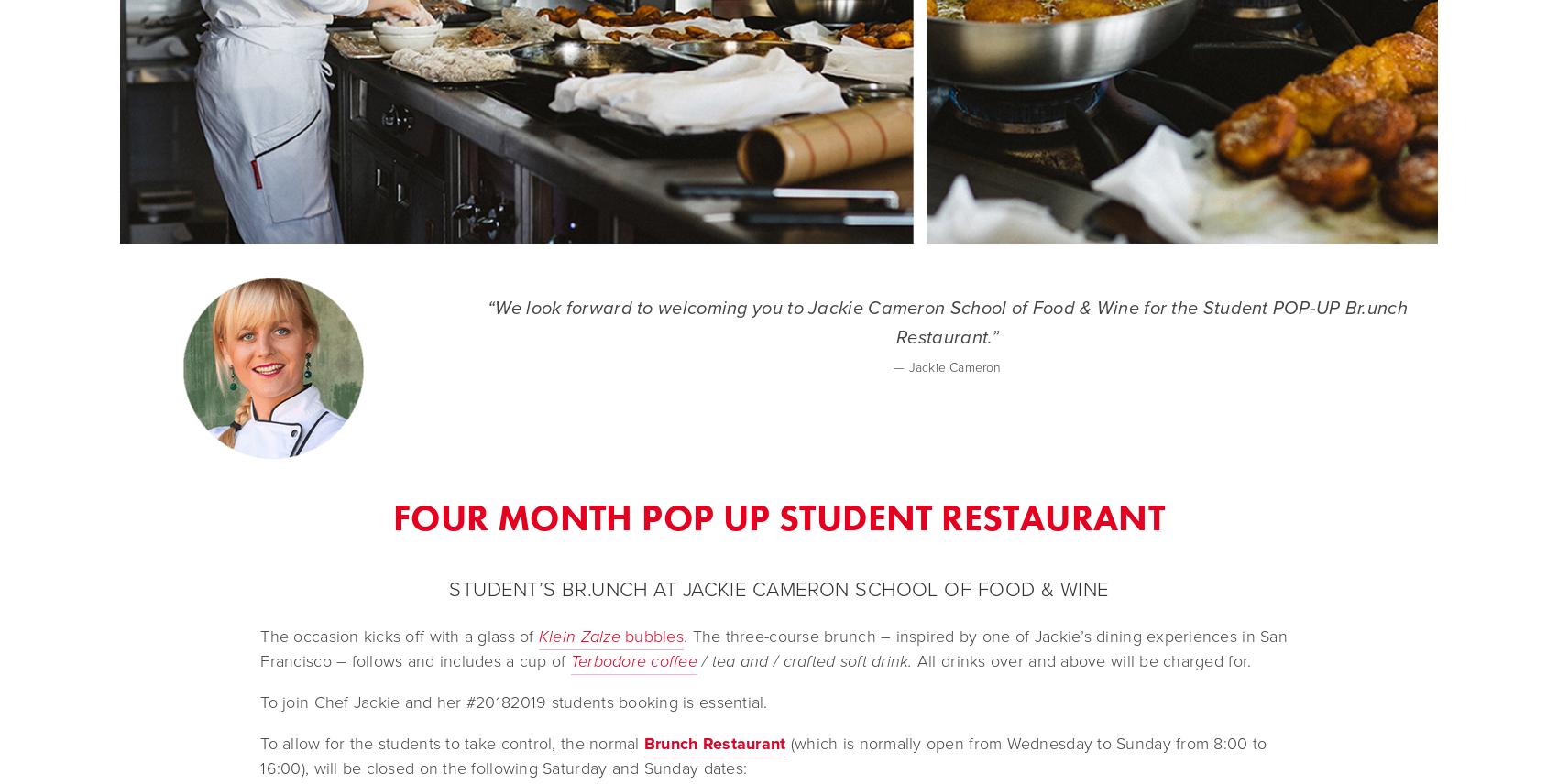  I want to click on '(which is normally open from Wednesday to Sunday from 8:00 to 16:00), will be closed on the following Saturday and Sunday dates:', so click(260, 755).